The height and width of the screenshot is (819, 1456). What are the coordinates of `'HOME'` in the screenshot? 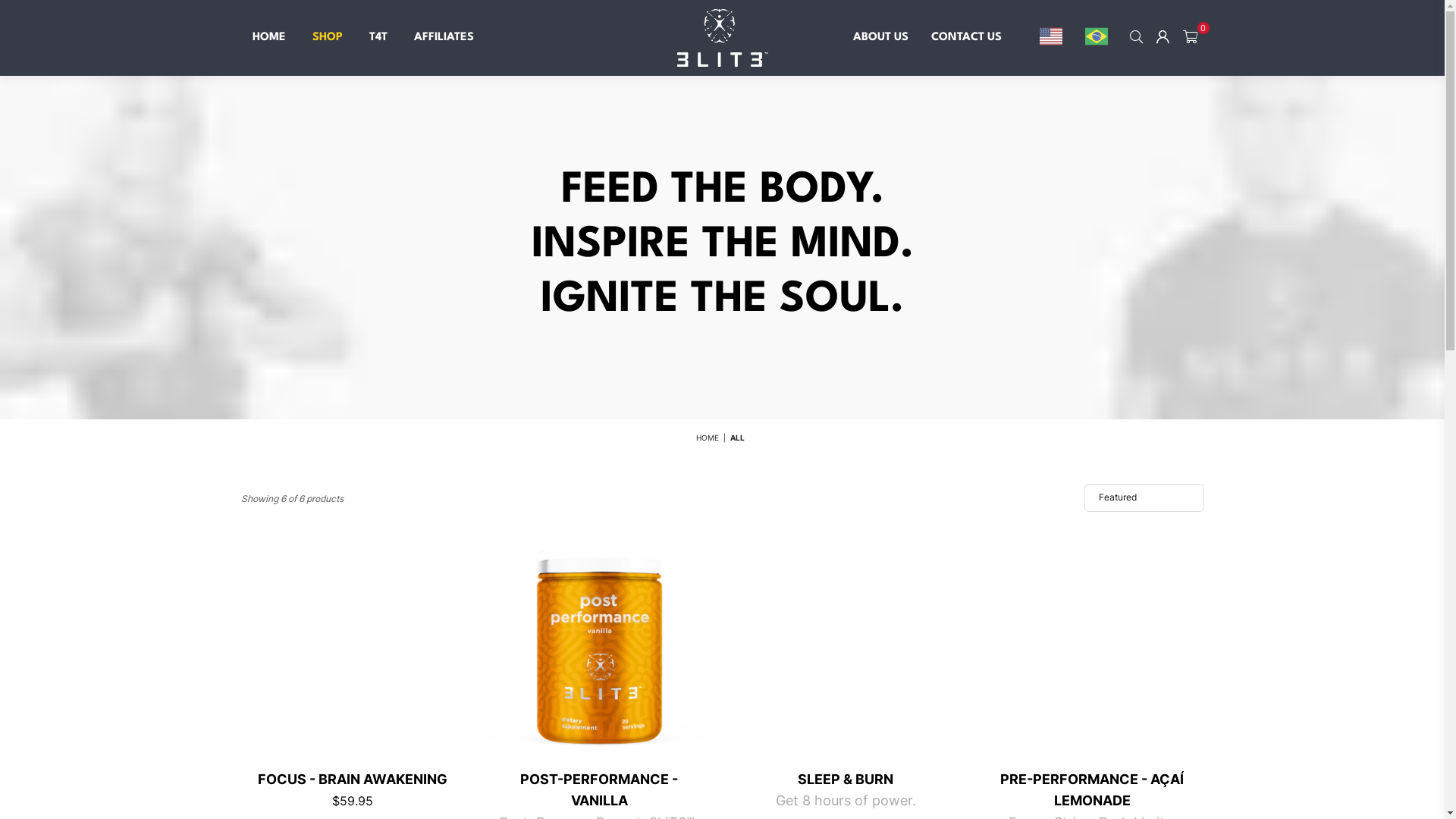 It's located at (269, 37).